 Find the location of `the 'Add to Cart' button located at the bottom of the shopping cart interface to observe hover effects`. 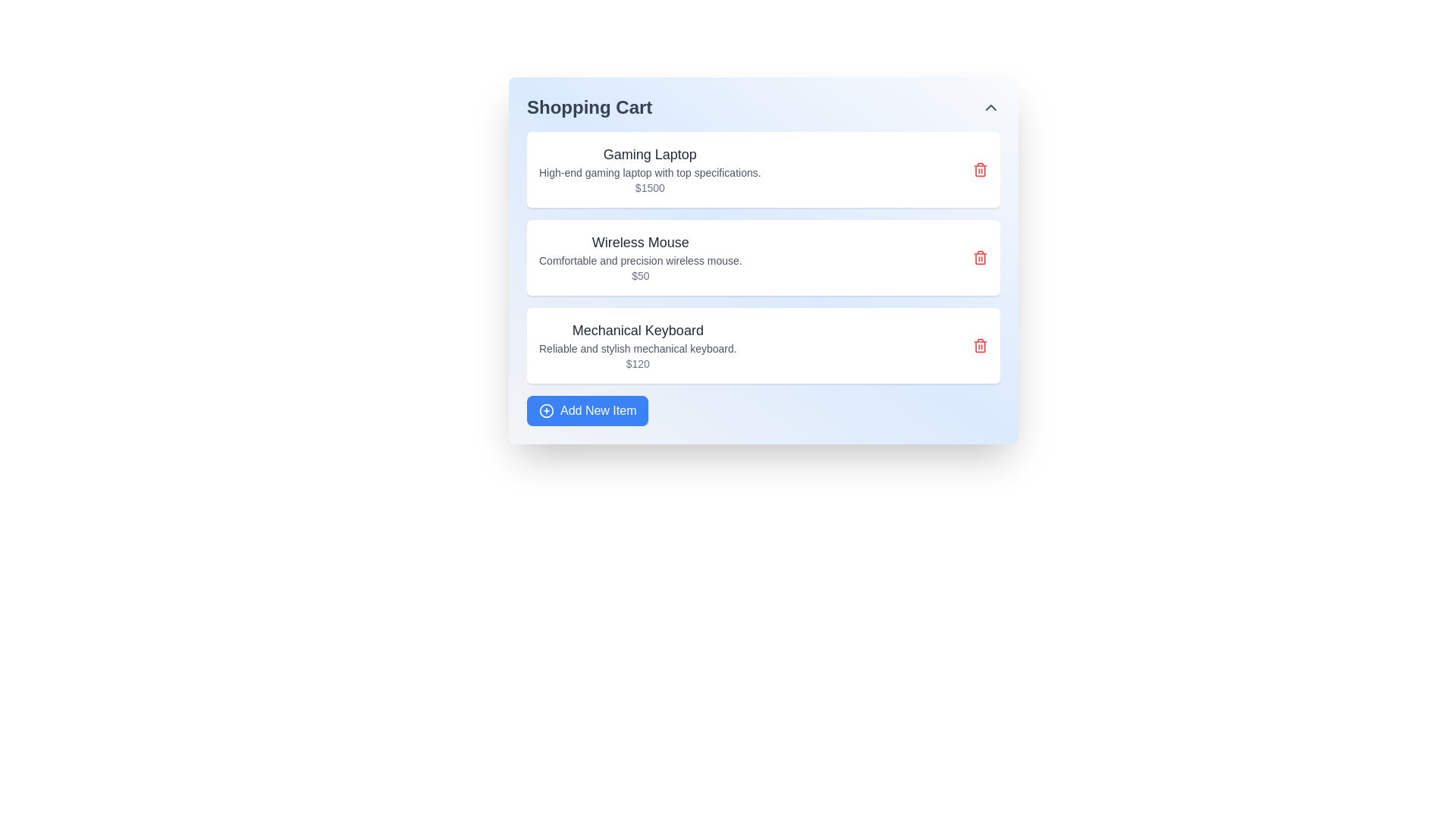

the 'Add to Cart' button located at the bottom of the shopping cart interface to observe hover effects is located at coordinates (587, 411).